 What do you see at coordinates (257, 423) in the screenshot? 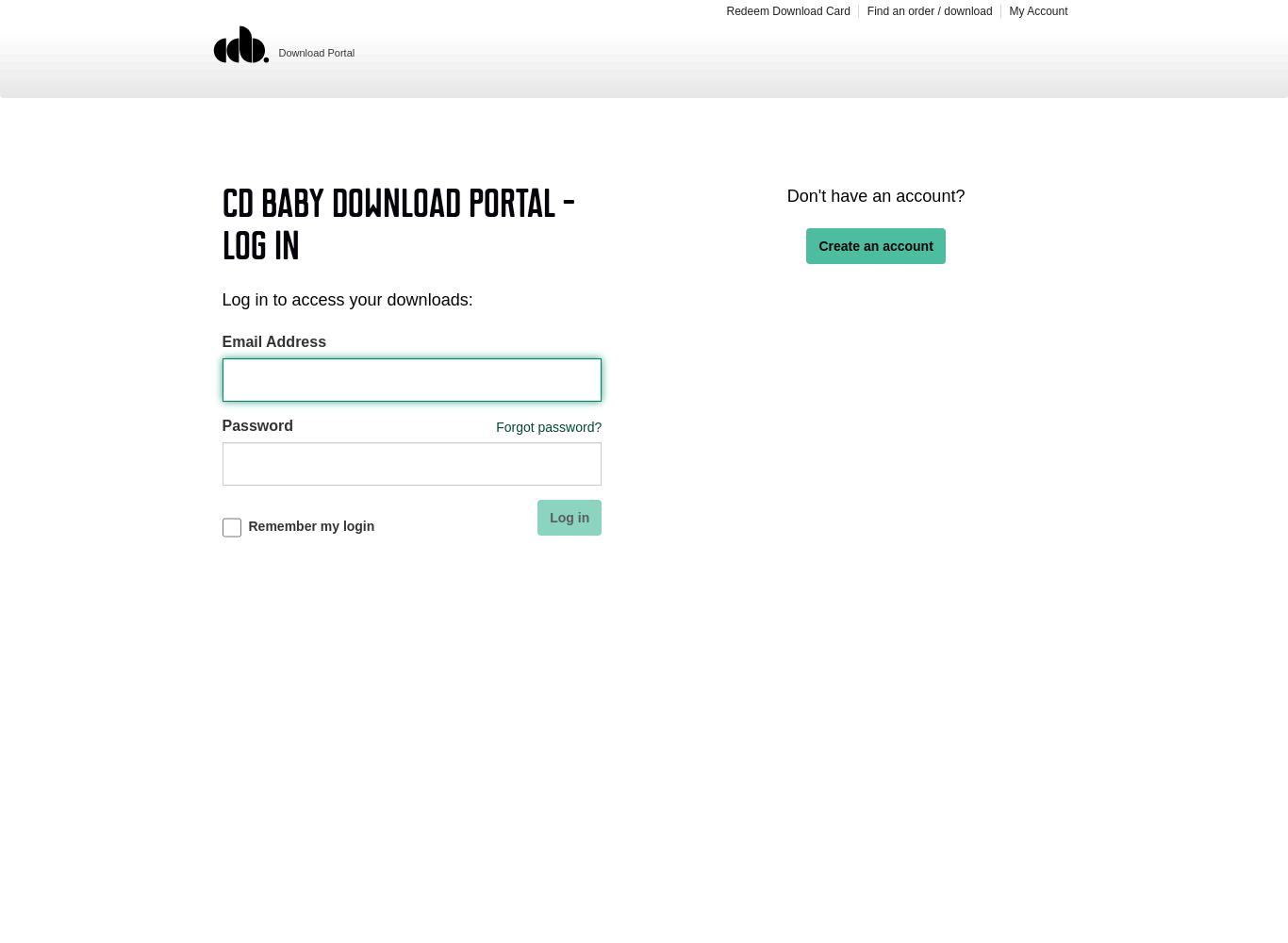
I see `'Password'` at bounding box center [257, 423].